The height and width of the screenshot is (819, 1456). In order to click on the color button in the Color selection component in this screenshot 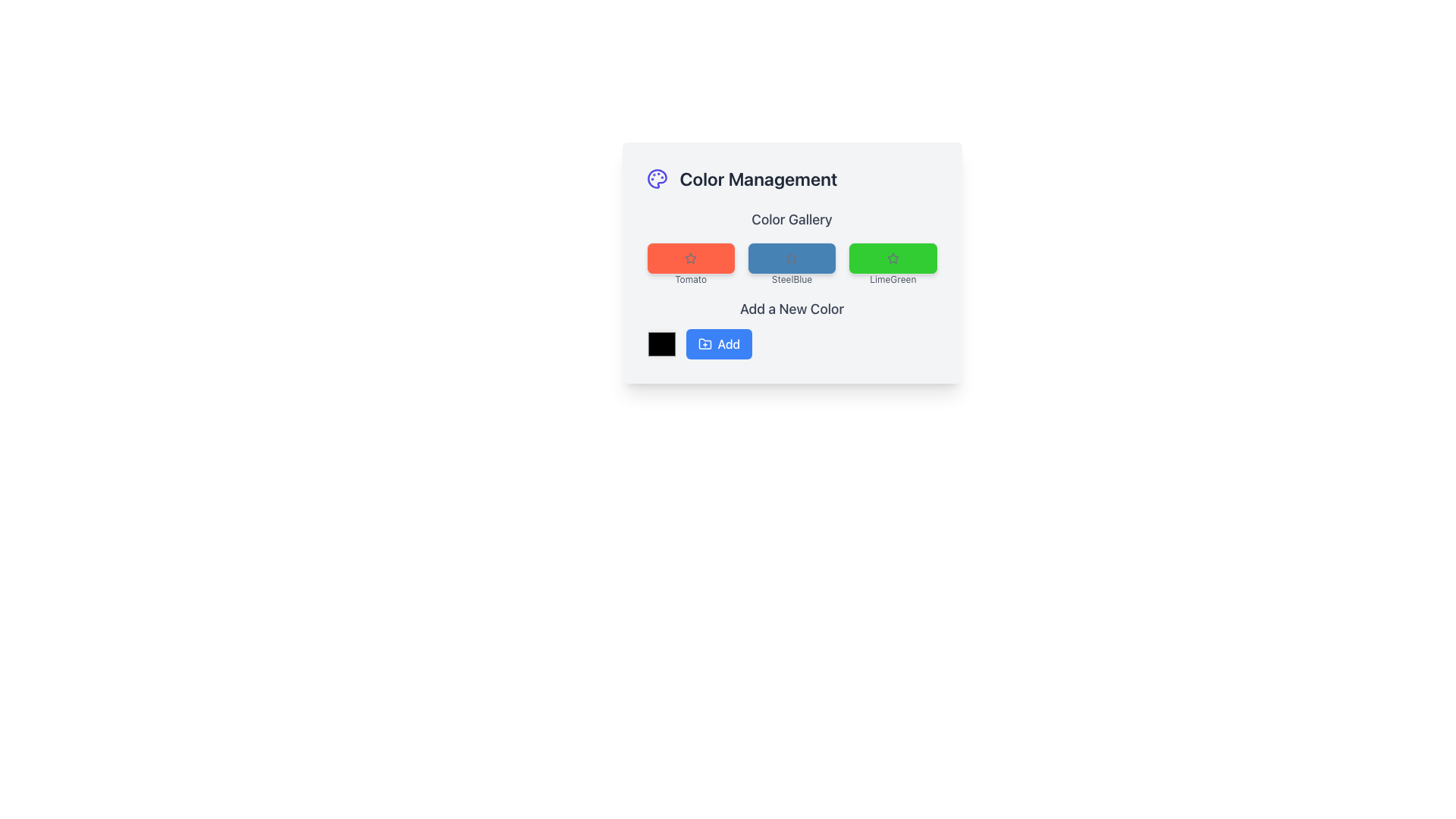, I will do `click(791, 241)`.